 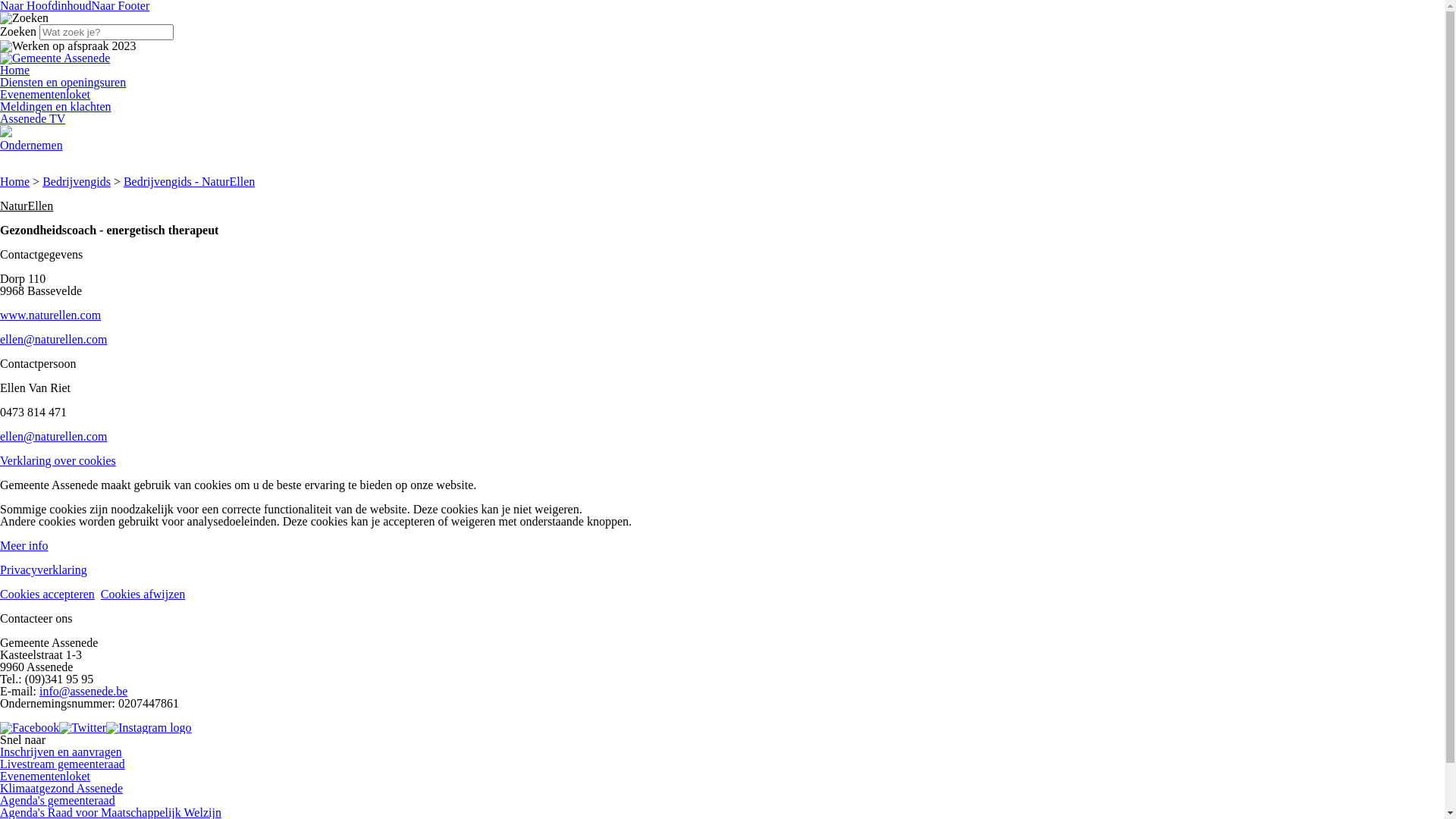 What do you see at coordinates (0, 82) in the screenshot?
I see `'Diensten en openingsuren'` at bounding box center [0, 82].